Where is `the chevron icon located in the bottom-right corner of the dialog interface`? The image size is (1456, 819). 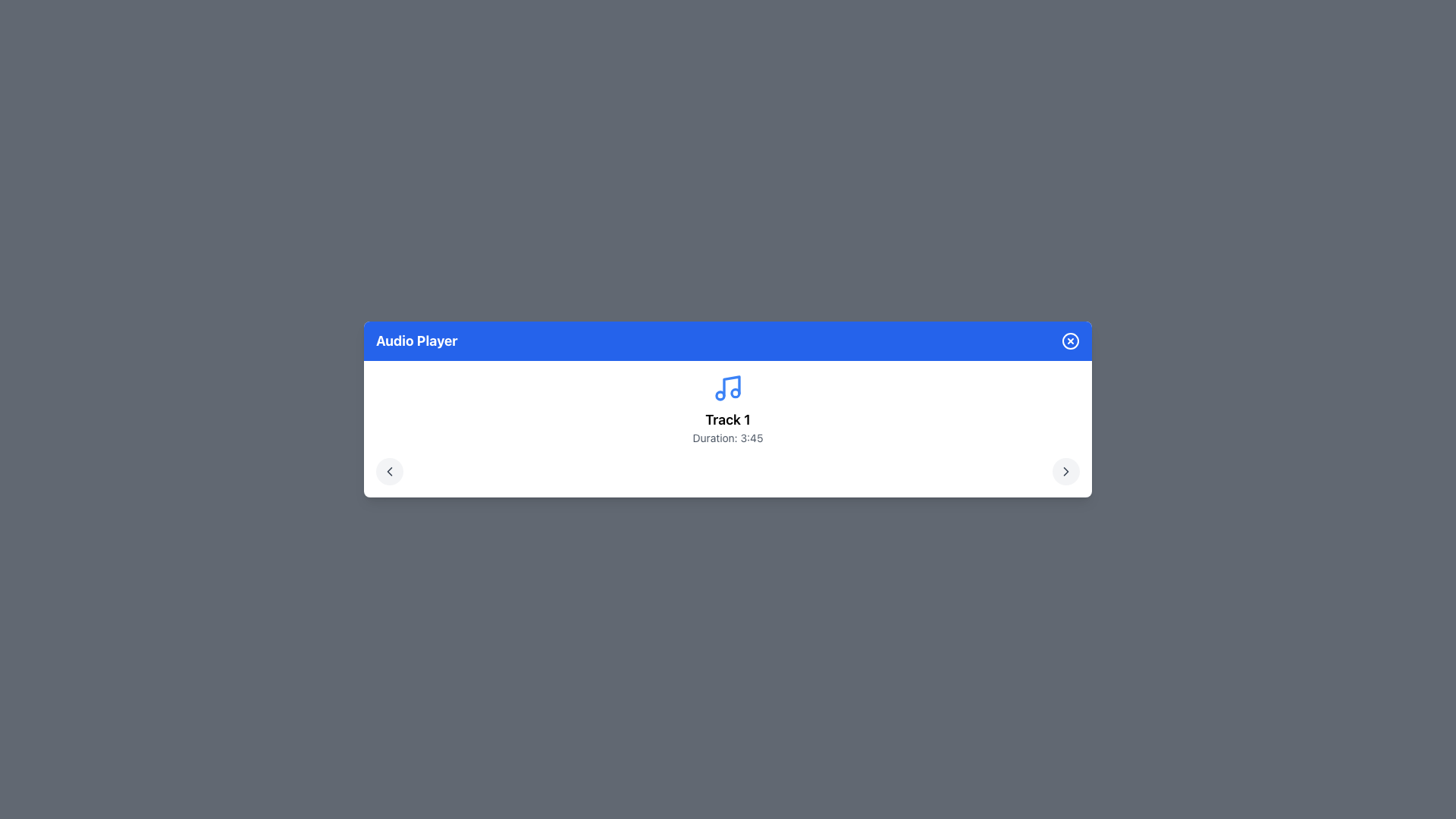
the chevron icon located in the bottom-right corner of the dialog interface is located at coordinates (1065, 470).